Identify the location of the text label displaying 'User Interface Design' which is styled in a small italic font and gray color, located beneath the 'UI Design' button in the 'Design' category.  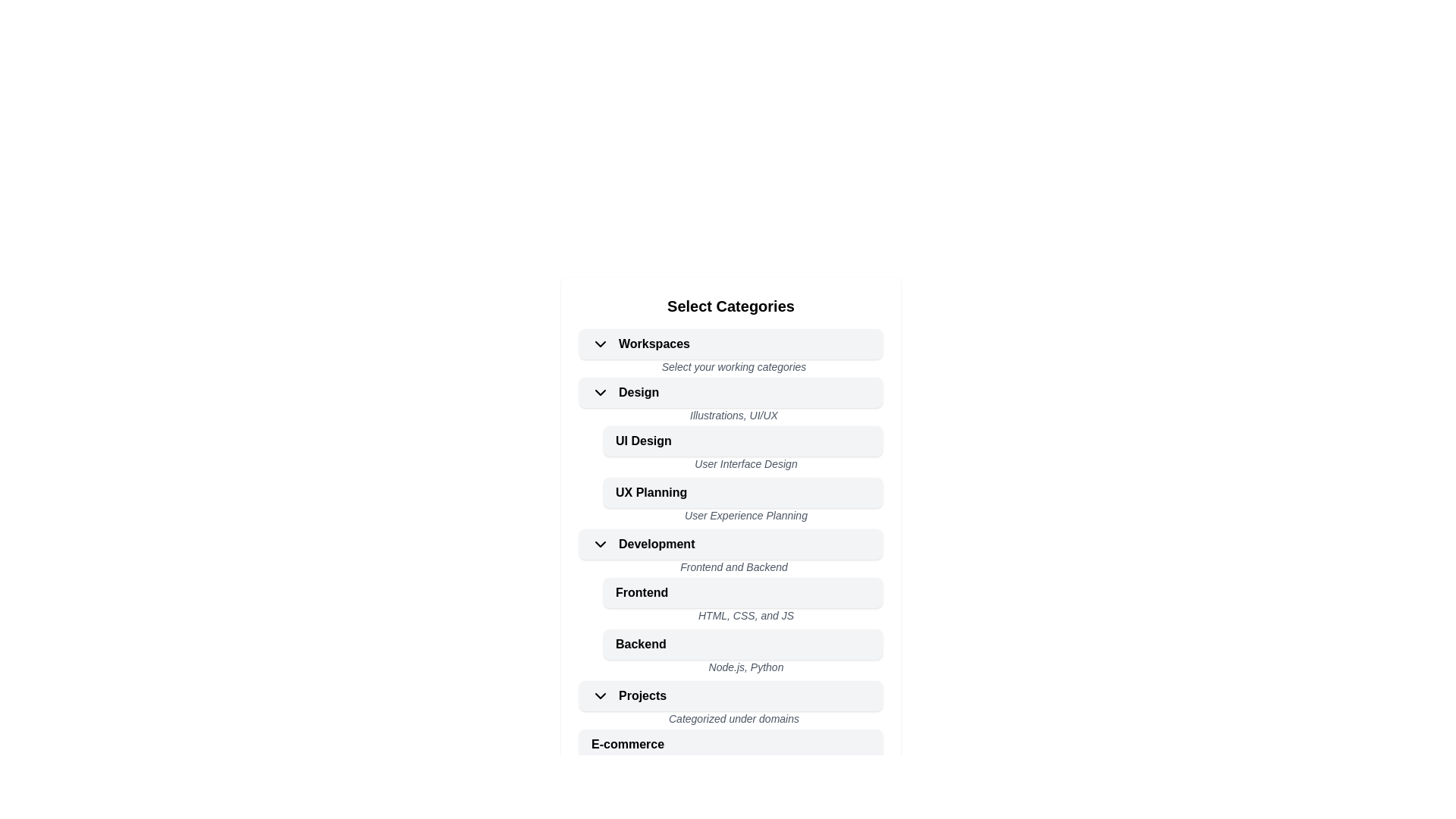
(742, 464).